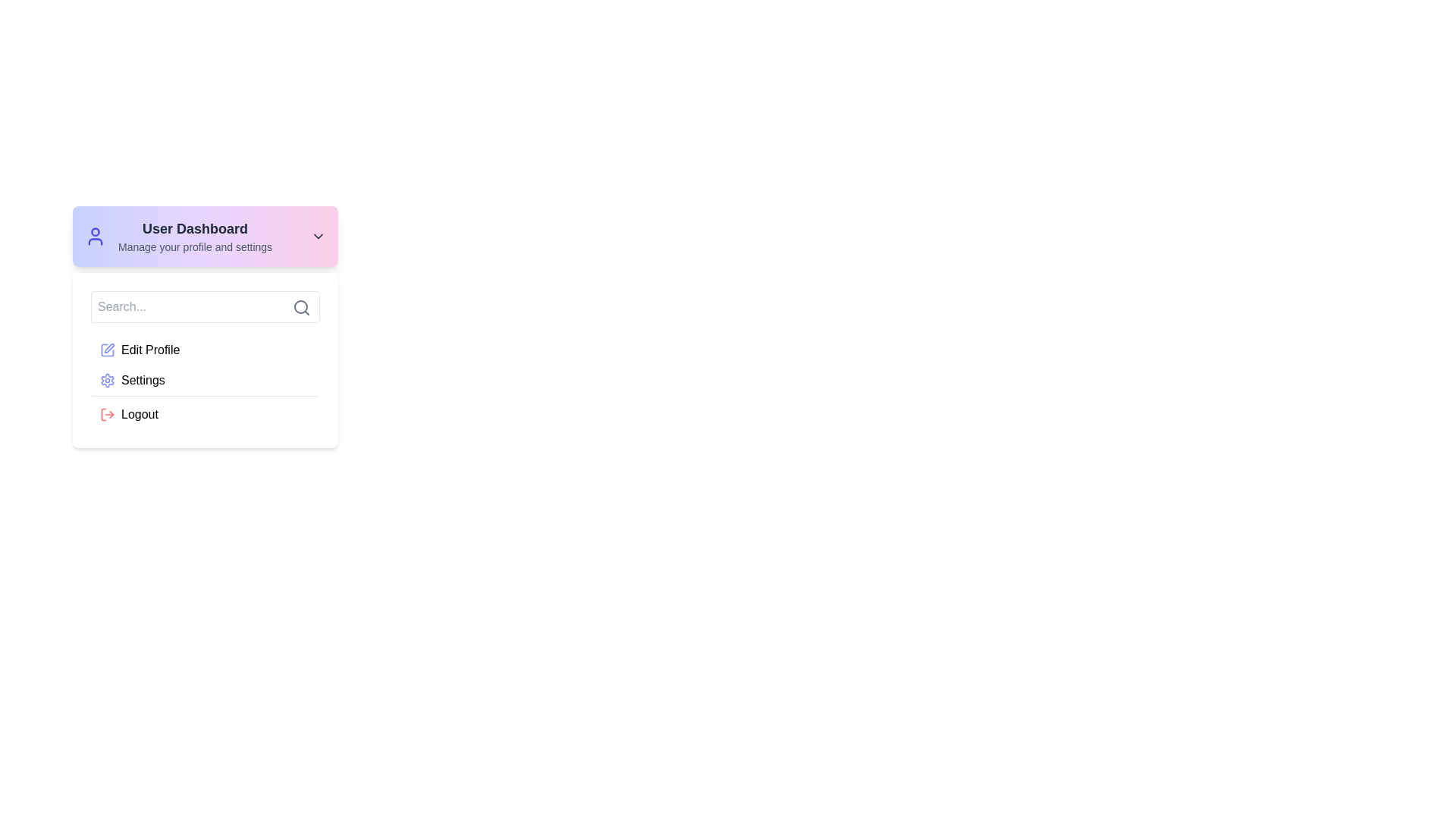 The height and width of the screenshot is (819, 1456). What do you see at coordinates (204, 237) in the screenshot?
I see `the Dropdown Header located at the top left of the dashboard` at bounding box center [204, 237].